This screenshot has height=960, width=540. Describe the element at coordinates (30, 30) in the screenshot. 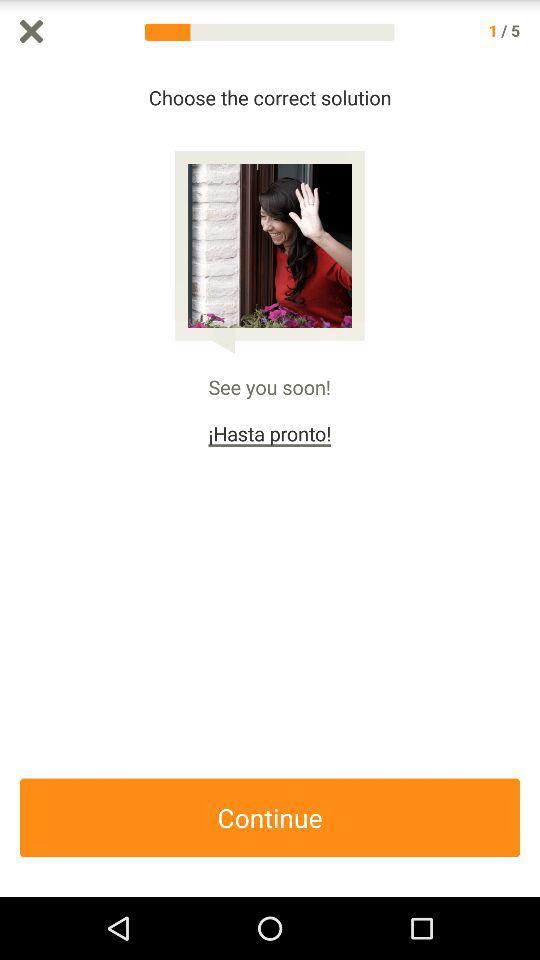

I see `exit` at that location.